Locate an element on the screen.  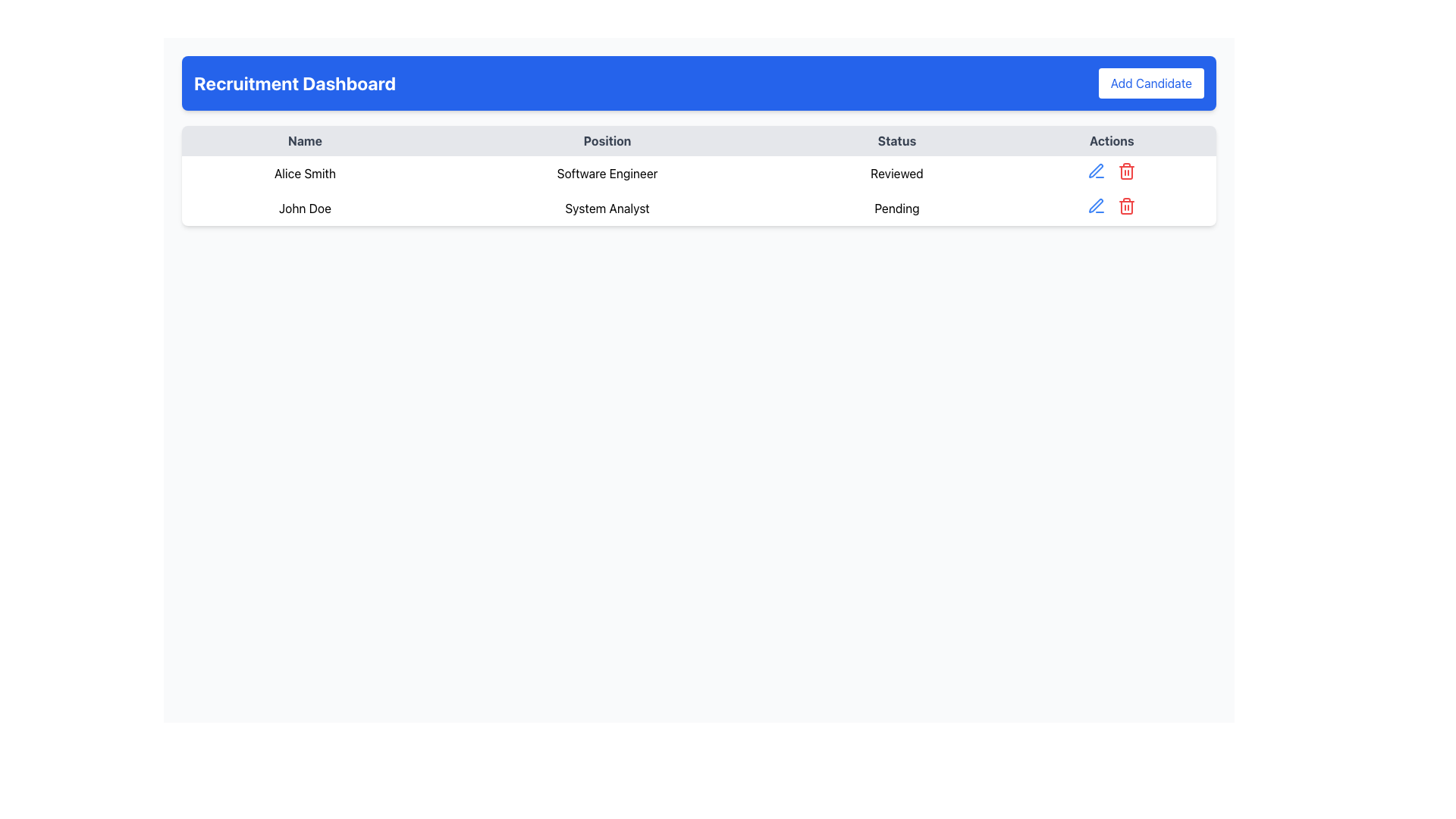
the Trash Bin icon in the Actions column of the second row associated with John Doe is located at coordinates (1127, 171).